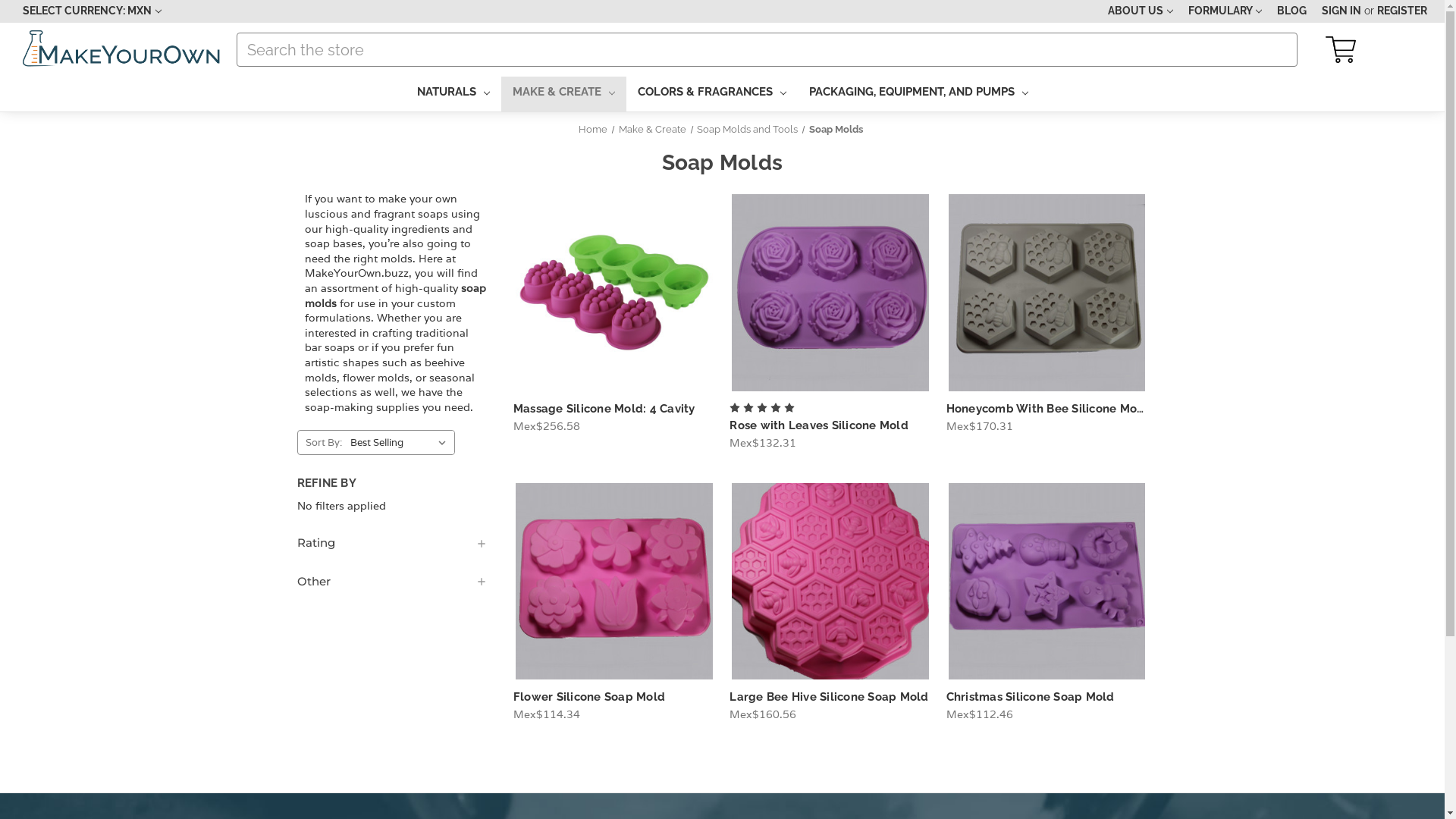 The image size is (1456, 819). What do you see at coordinates (516, 581) in the screenshot?
I see `'Flower Silicone Soap Mold Outside'` at bounding box center [516, 581].